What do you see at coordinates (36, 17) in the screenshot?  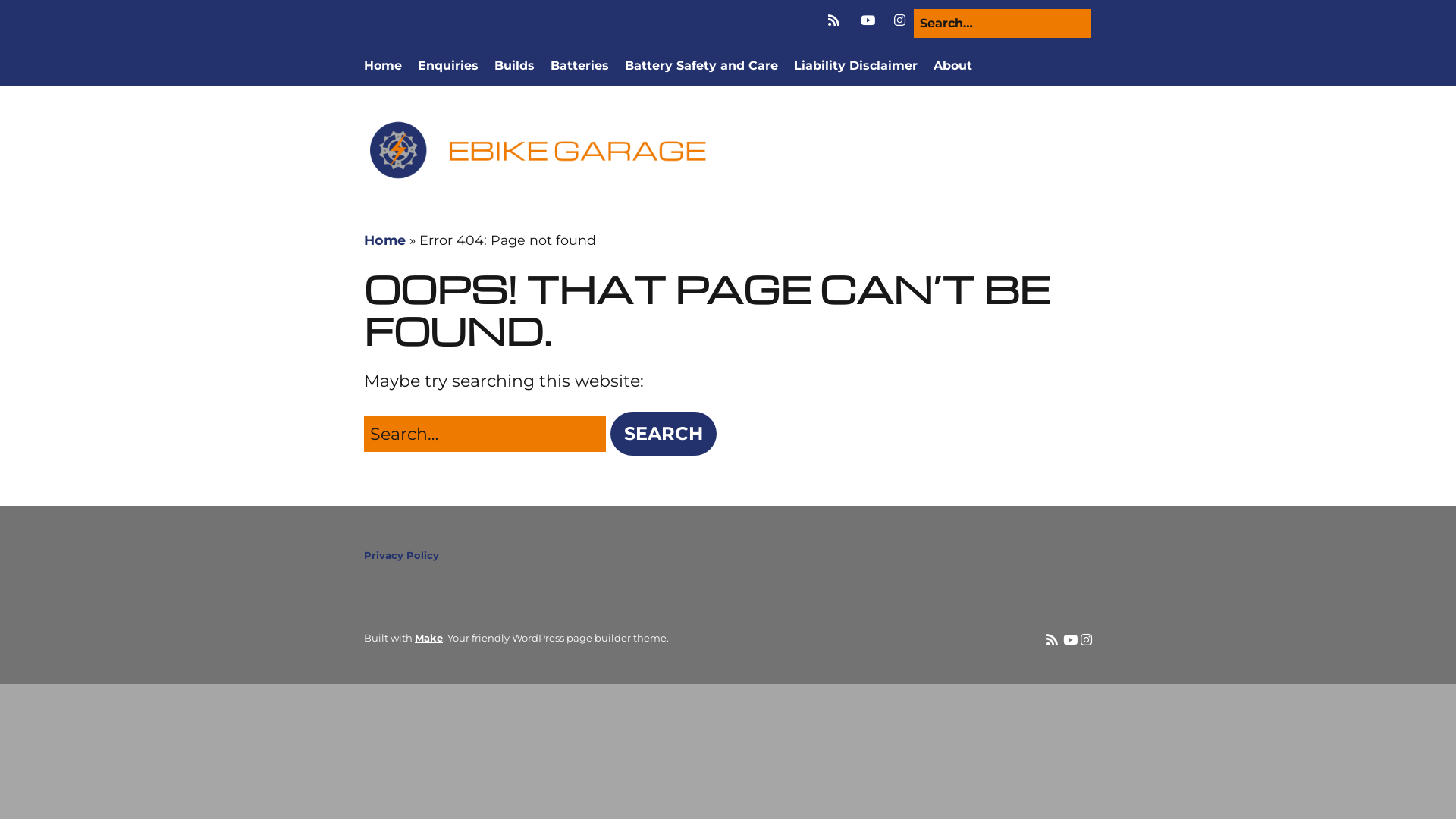 I see `'Search'` at bounding box center [36, 17].